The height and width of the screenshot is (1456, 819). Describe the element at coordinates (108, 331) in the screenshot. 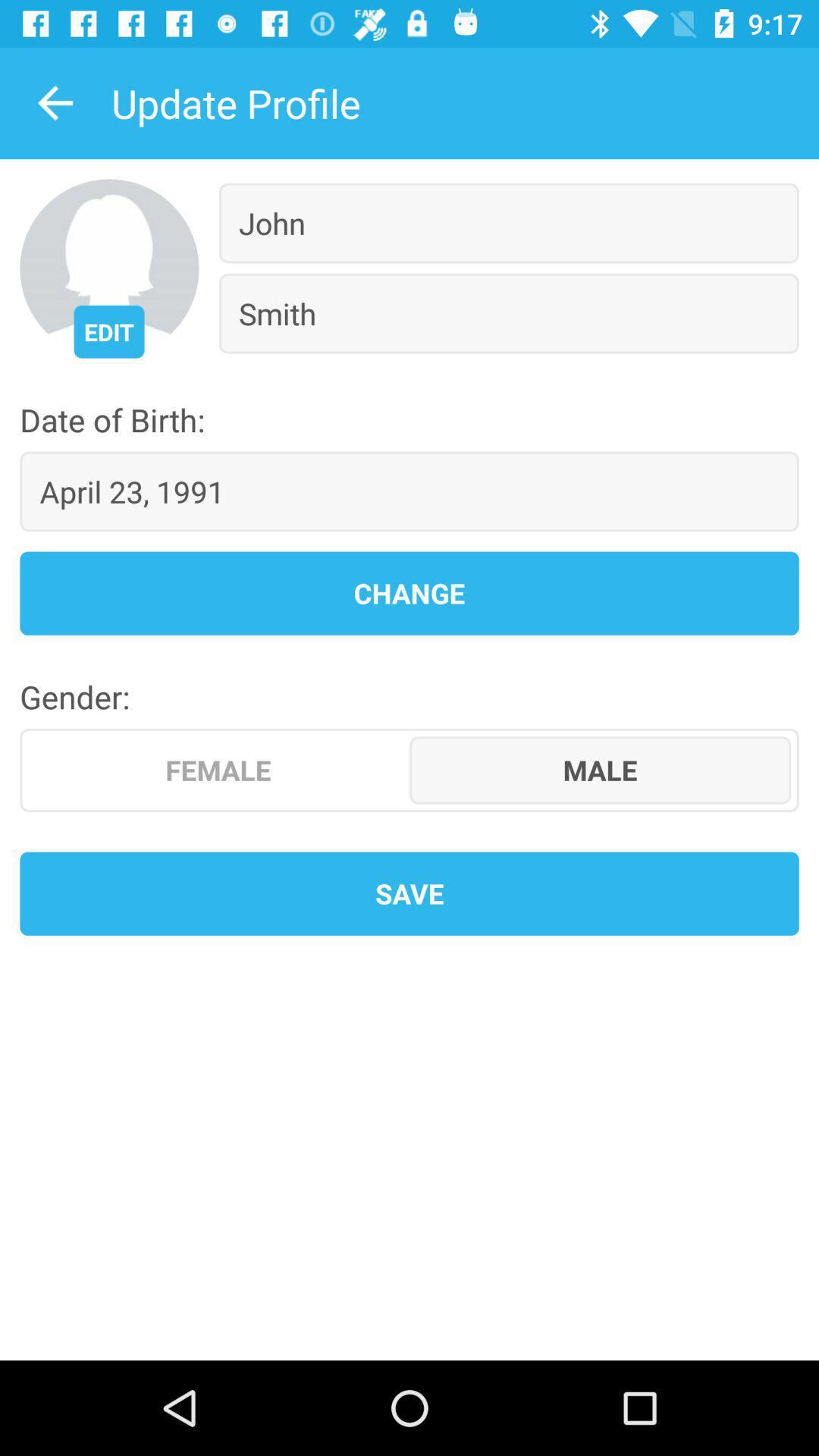

I see `item below update profile icon` at that location.